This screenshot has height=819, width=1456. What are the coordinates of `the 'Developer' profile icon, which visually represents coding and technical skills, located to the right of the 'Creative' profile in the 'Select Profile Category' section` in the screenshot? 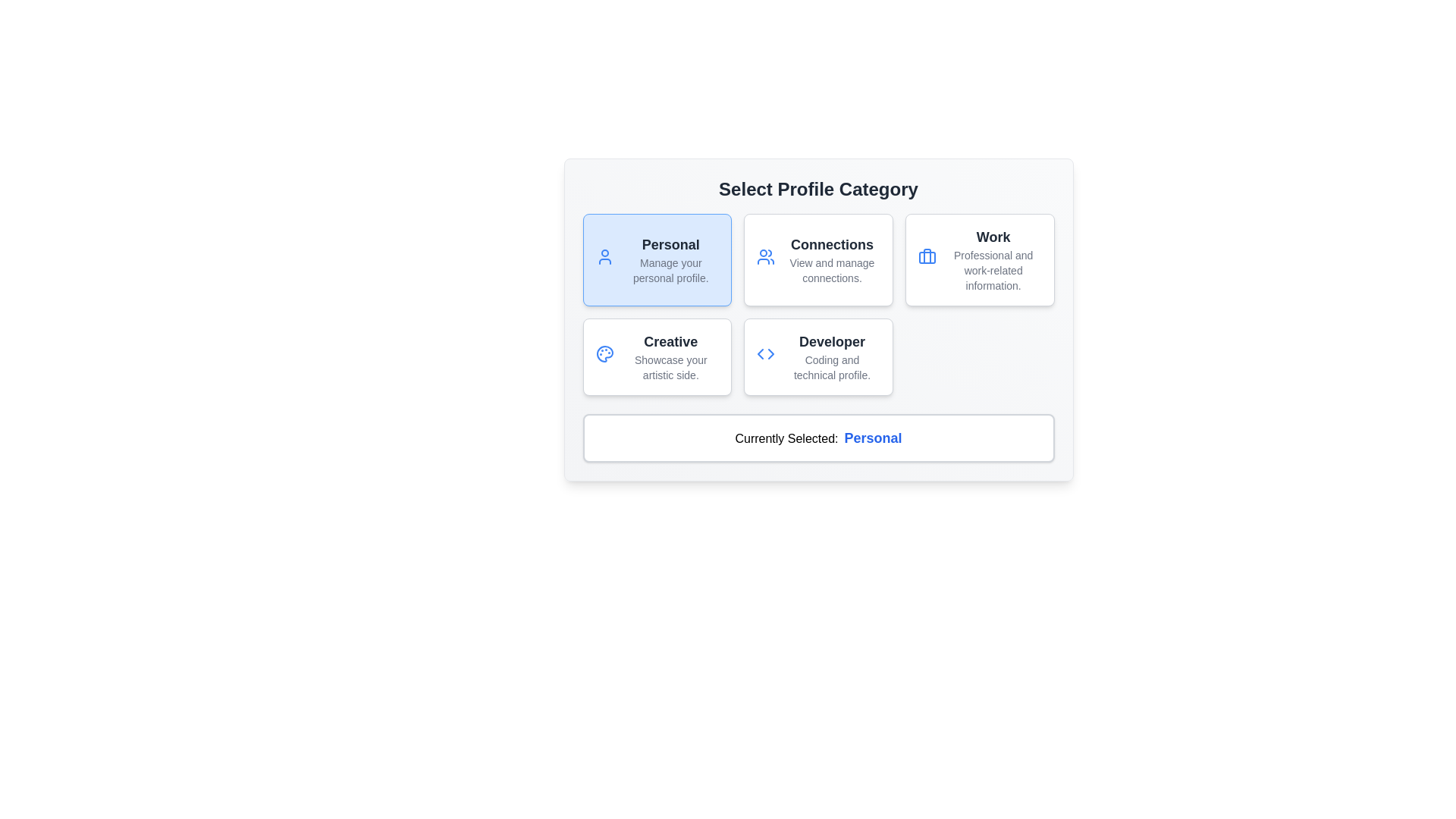 It's located at (766, 353).